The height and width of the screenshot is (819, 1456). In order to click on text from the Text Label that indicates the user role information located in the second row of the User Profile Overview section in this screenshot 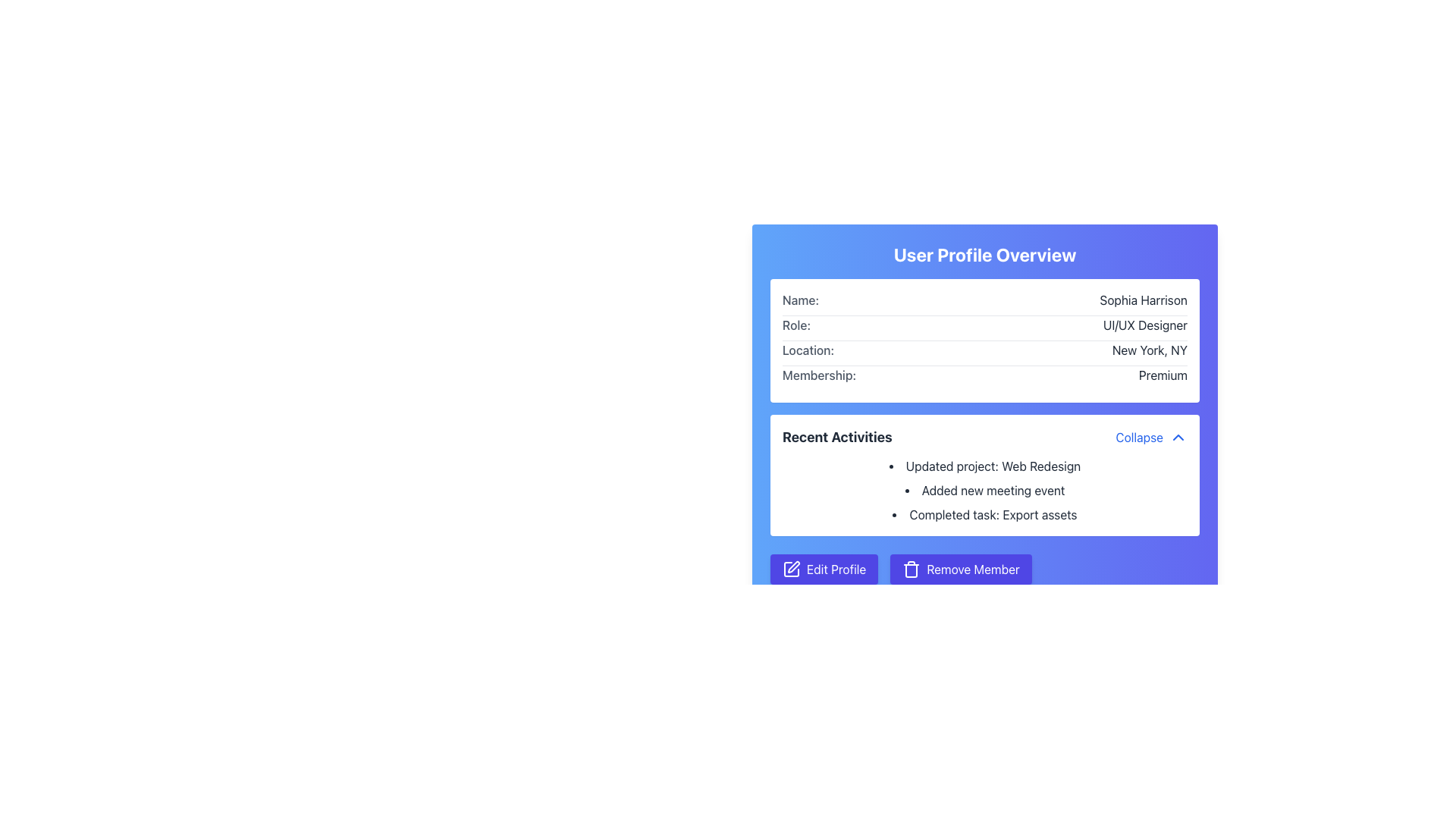, I will do `click(795, 324)`.